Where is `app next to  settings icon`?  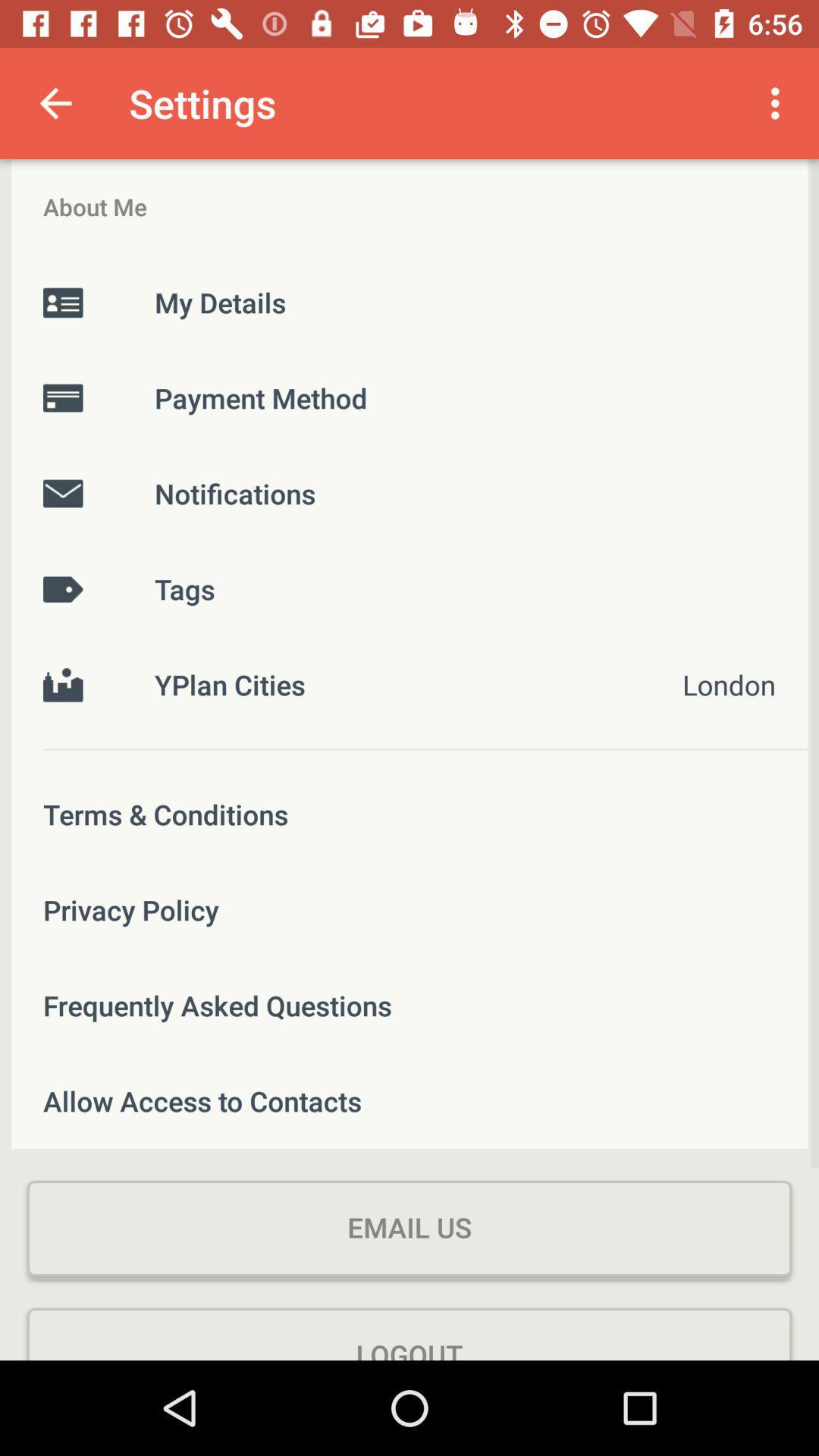 app next to  settings icon is located at coordinates (55, 102).